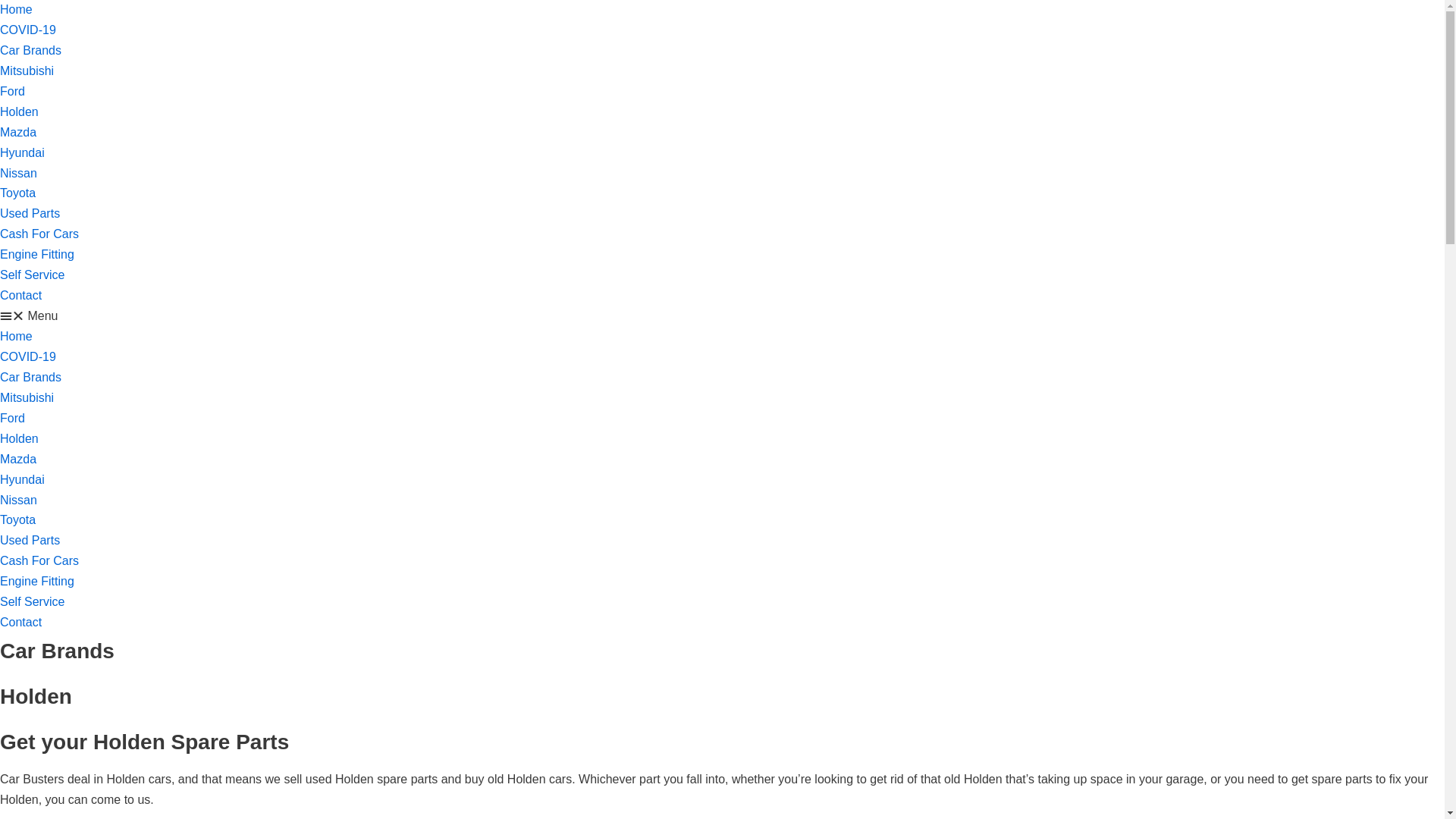 Image resolution: width=1456 pixels, height=819 pixels. I want to click on 'Self Service', so click(32, 601).